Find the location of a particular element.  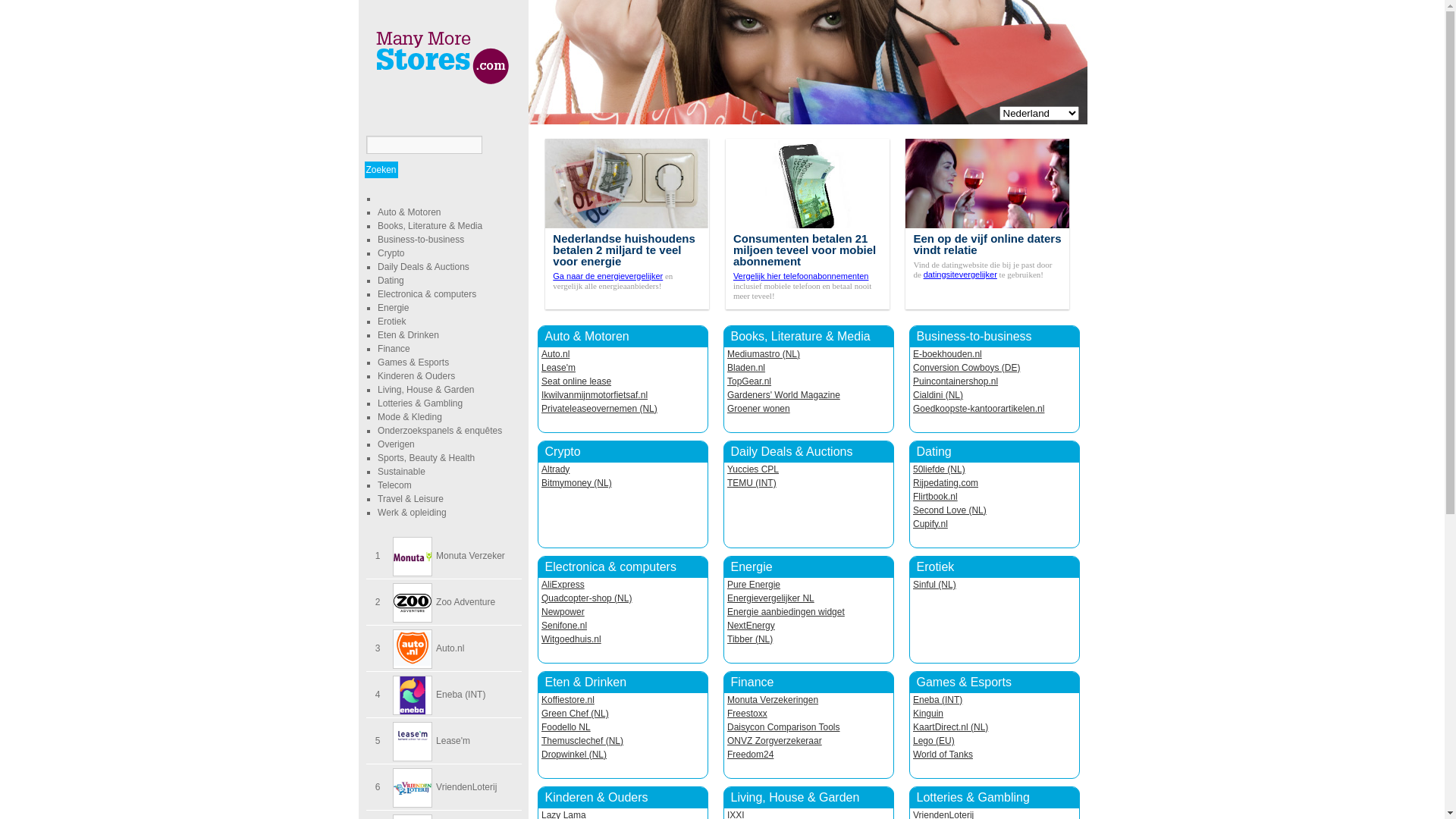

'ONVZ Zorgverzekeraar' is located at coordinates (774, 739).